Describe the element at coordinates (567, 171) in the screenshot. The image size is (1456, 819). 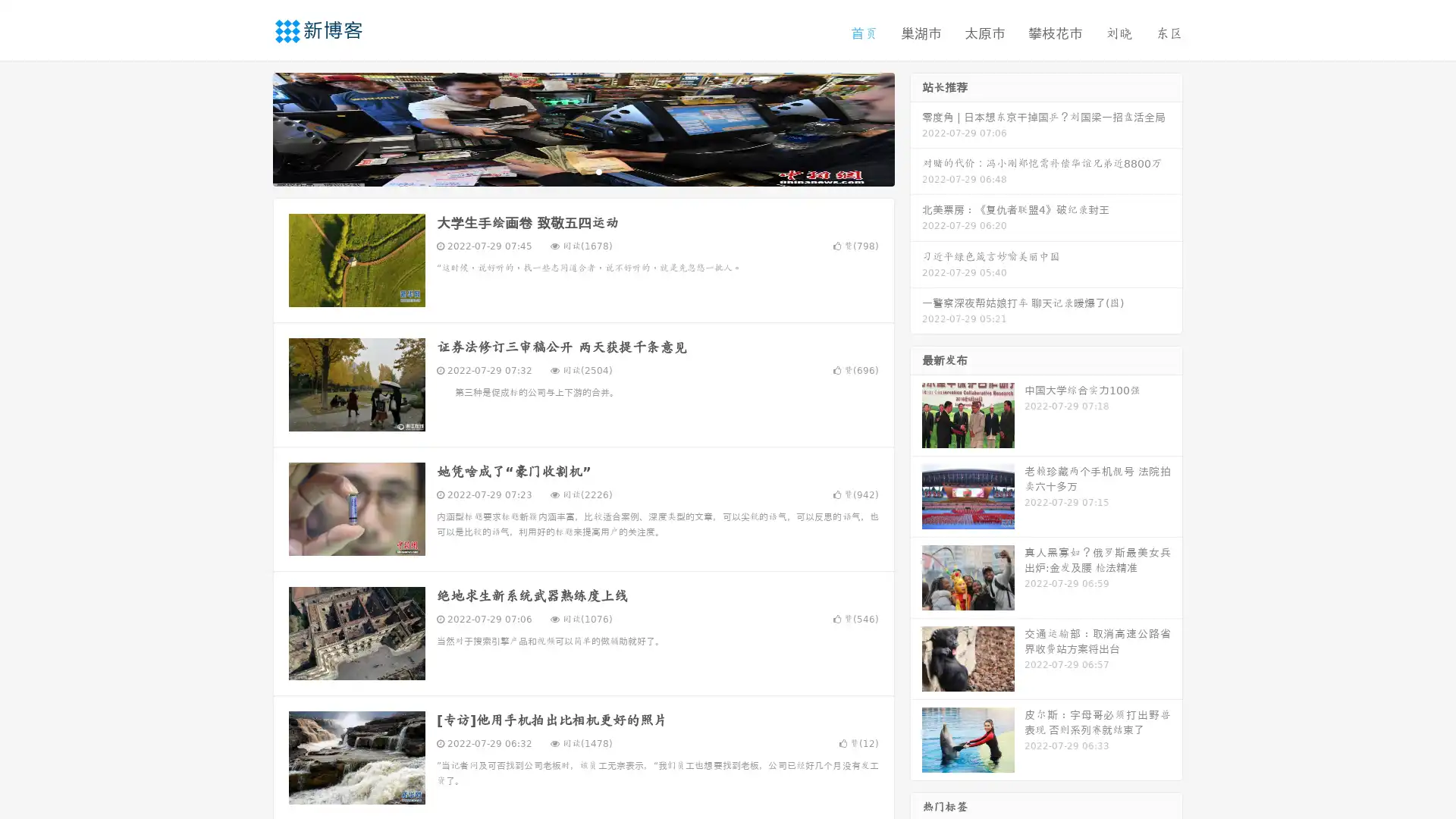
I see `Go to slide 1` at that location.